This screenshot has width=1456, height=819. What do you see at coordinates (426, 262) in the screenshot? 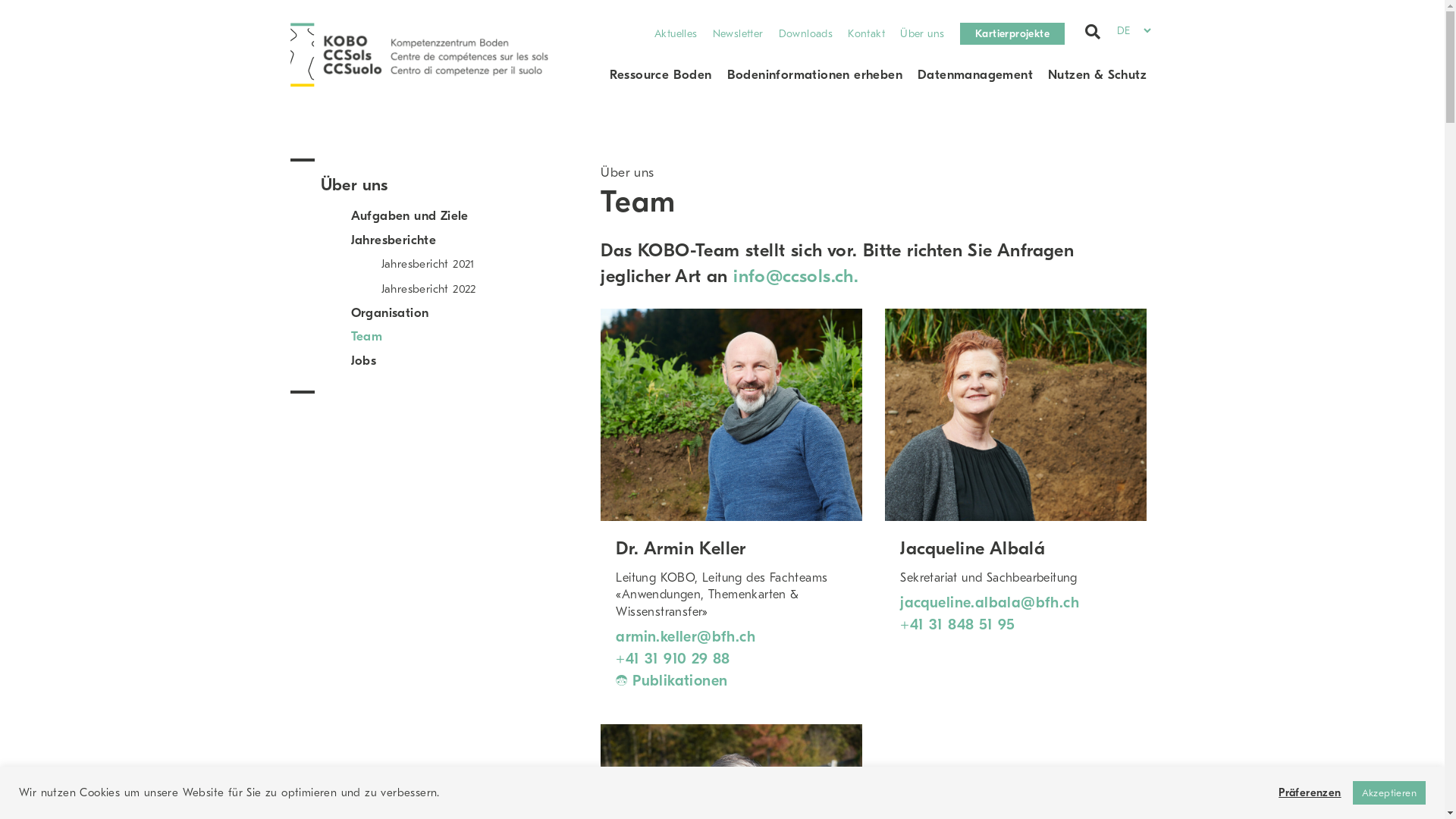
I see `'Jahresbericht 2021'` at bounding box center [426, 262].